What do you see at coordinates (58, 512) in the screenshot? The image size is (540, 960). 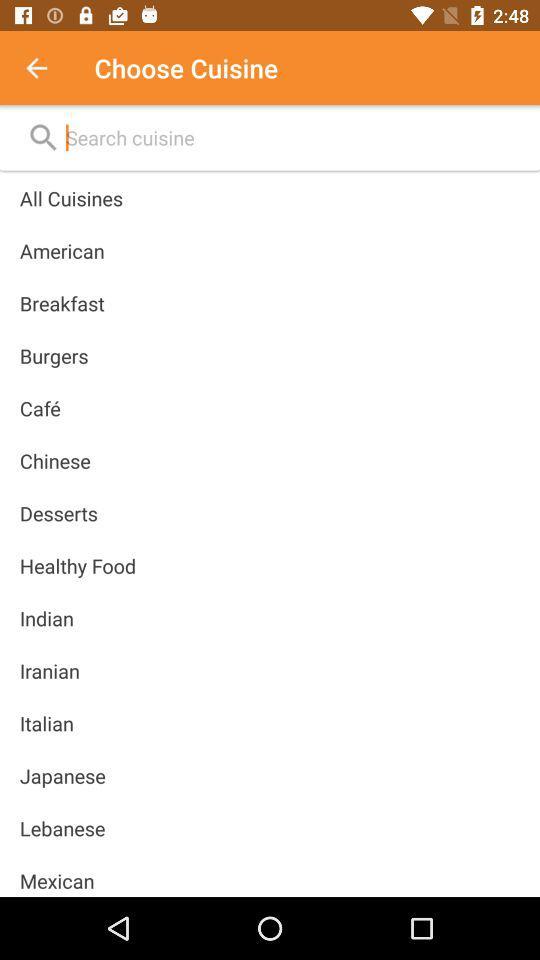 I see `desserts` at bounding box center [58, 512].